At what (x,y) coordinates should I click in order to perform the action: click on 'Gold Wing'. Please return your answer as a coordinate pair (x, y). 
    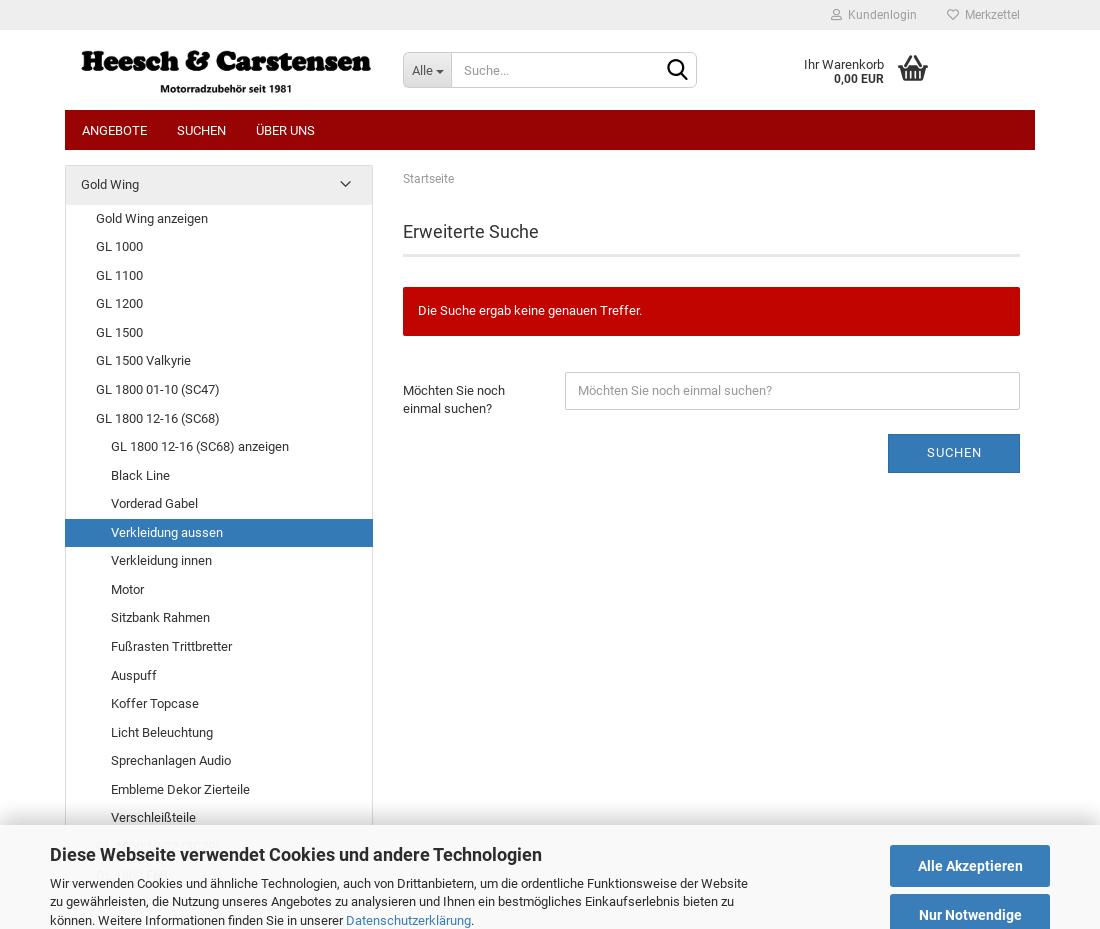
    Looking at the image, I should click on (110, 184).